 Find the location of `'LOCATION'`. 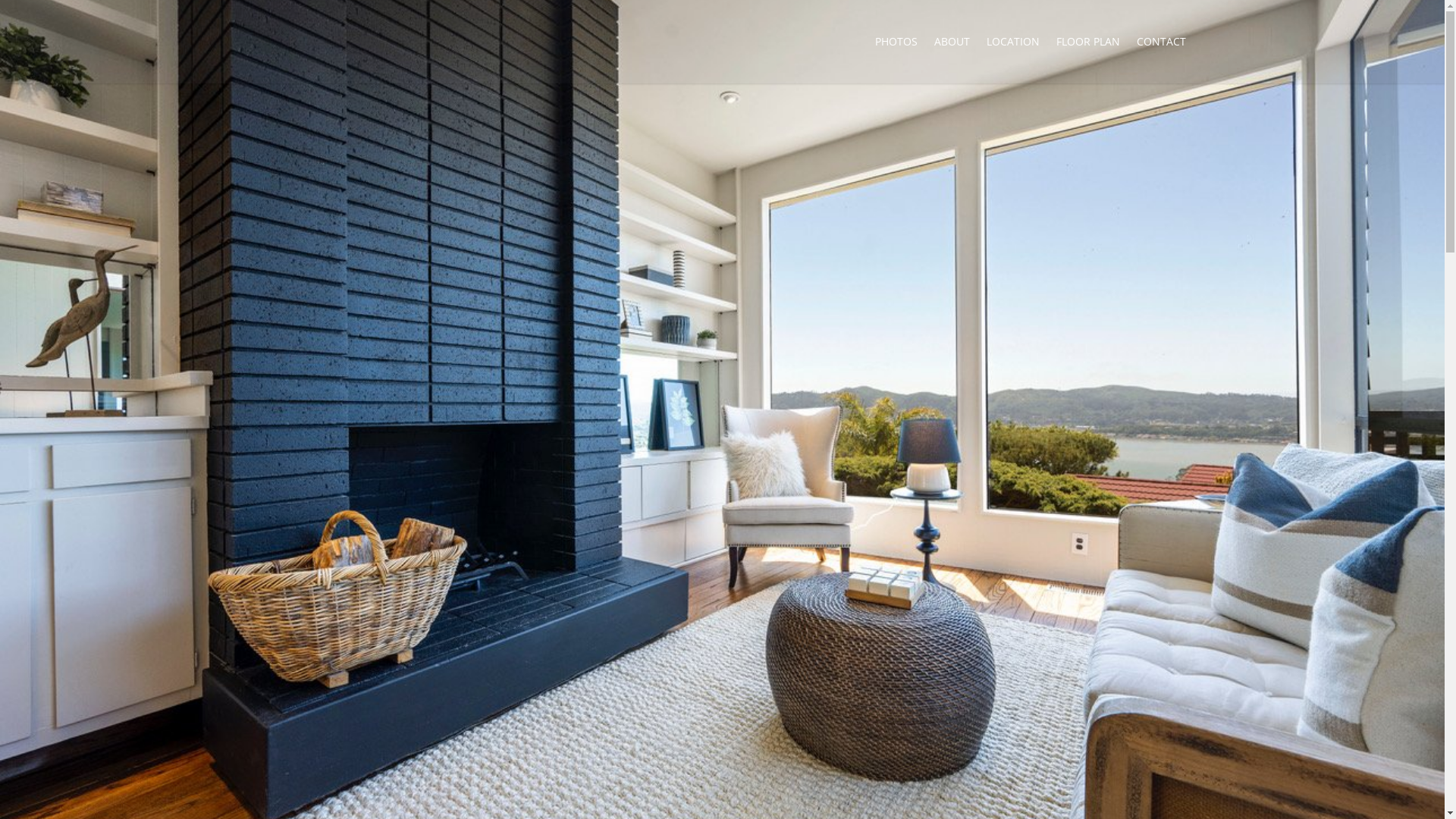

'LOCATION' is located at coordinates (1012, 40).